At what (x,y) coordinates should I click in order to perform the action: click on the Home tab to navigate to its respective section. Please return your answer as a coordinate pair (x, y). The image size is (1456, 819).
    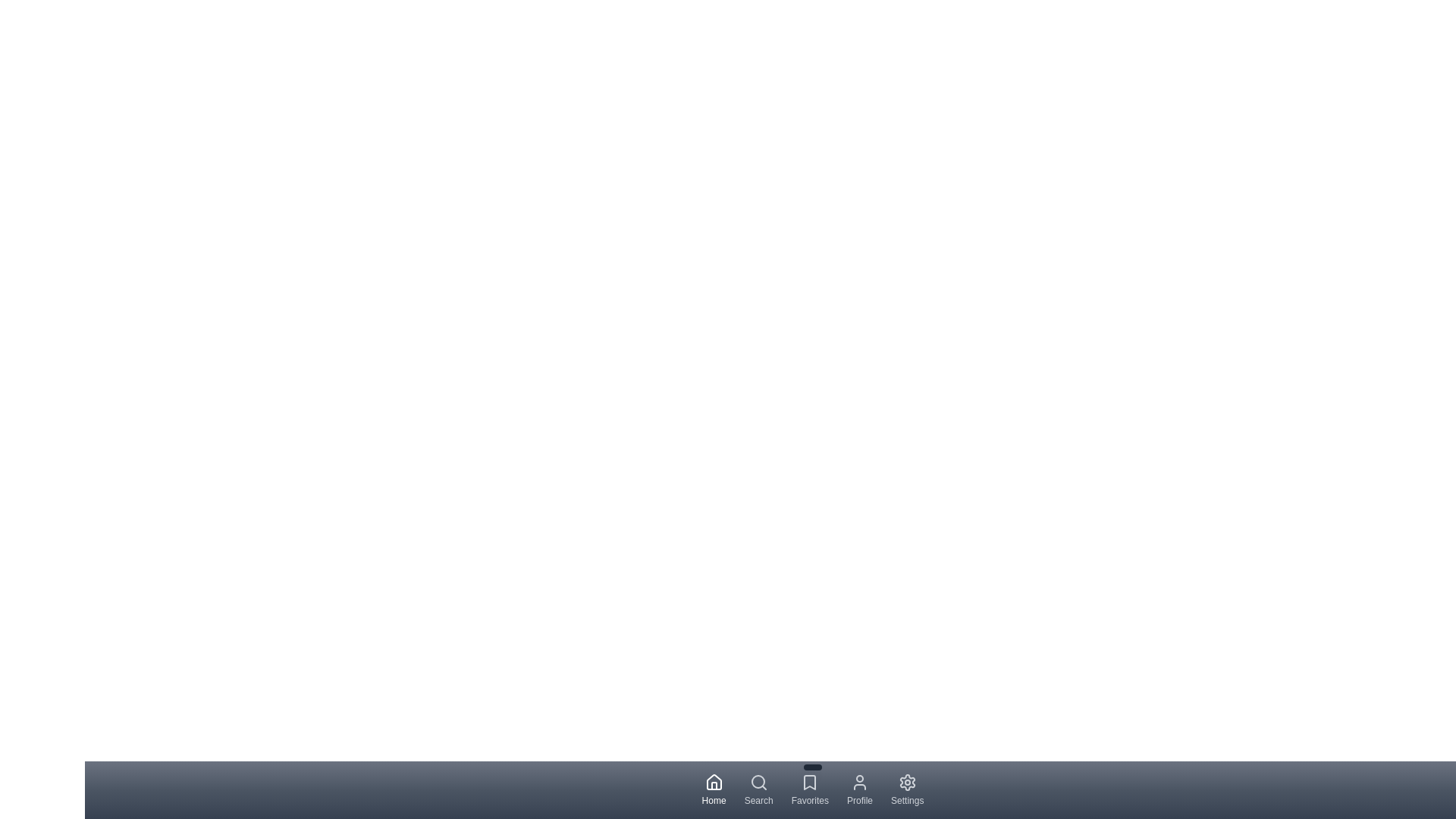
    Looking at the image, I should click on (713, 789).